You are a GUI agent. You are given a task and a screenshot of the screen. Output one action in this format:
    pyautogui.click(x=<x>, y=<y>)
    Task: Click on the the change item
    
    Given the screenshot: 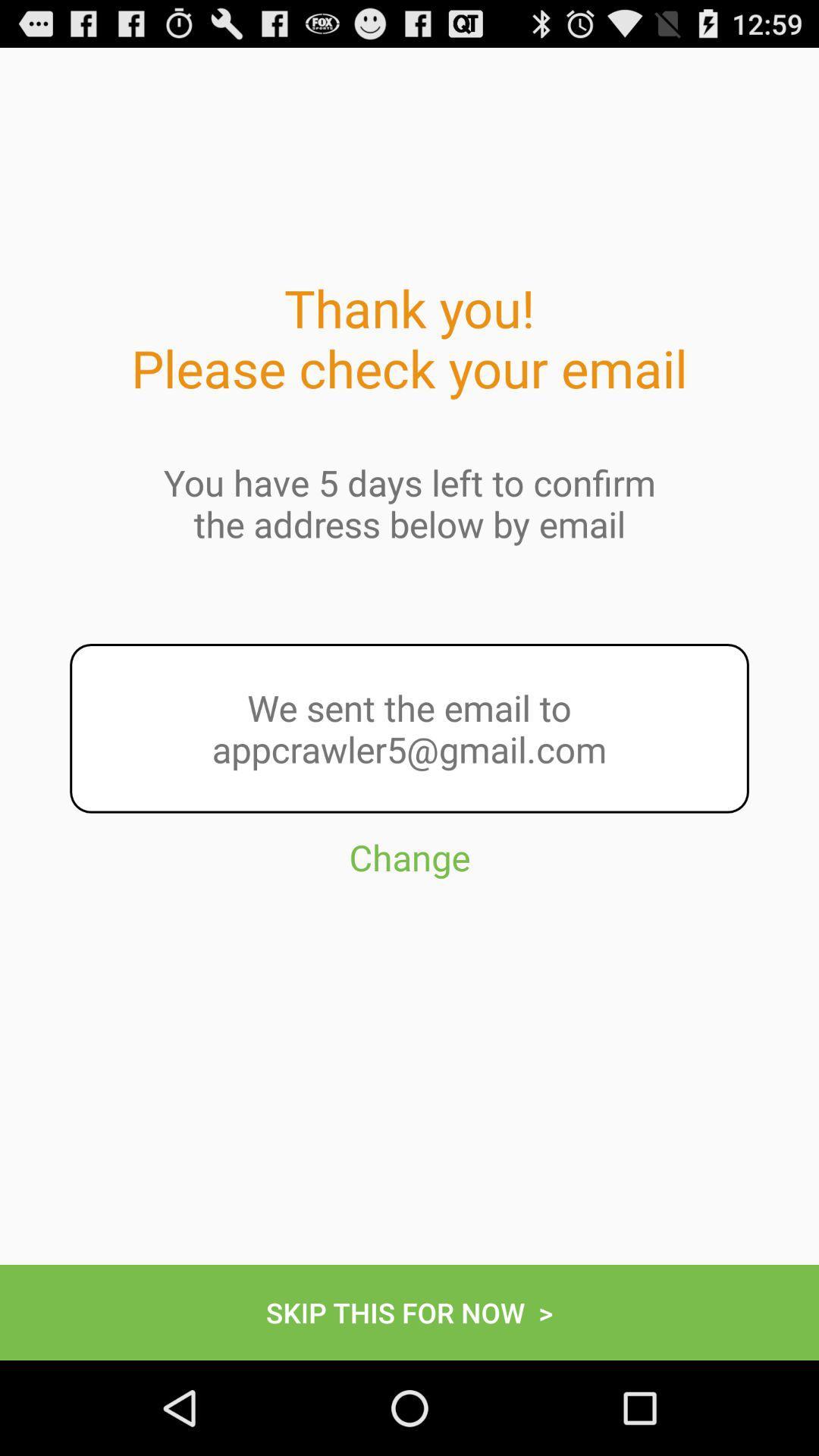 What is the action you would take?
    pyautogui.click(x=409, y=925)
    